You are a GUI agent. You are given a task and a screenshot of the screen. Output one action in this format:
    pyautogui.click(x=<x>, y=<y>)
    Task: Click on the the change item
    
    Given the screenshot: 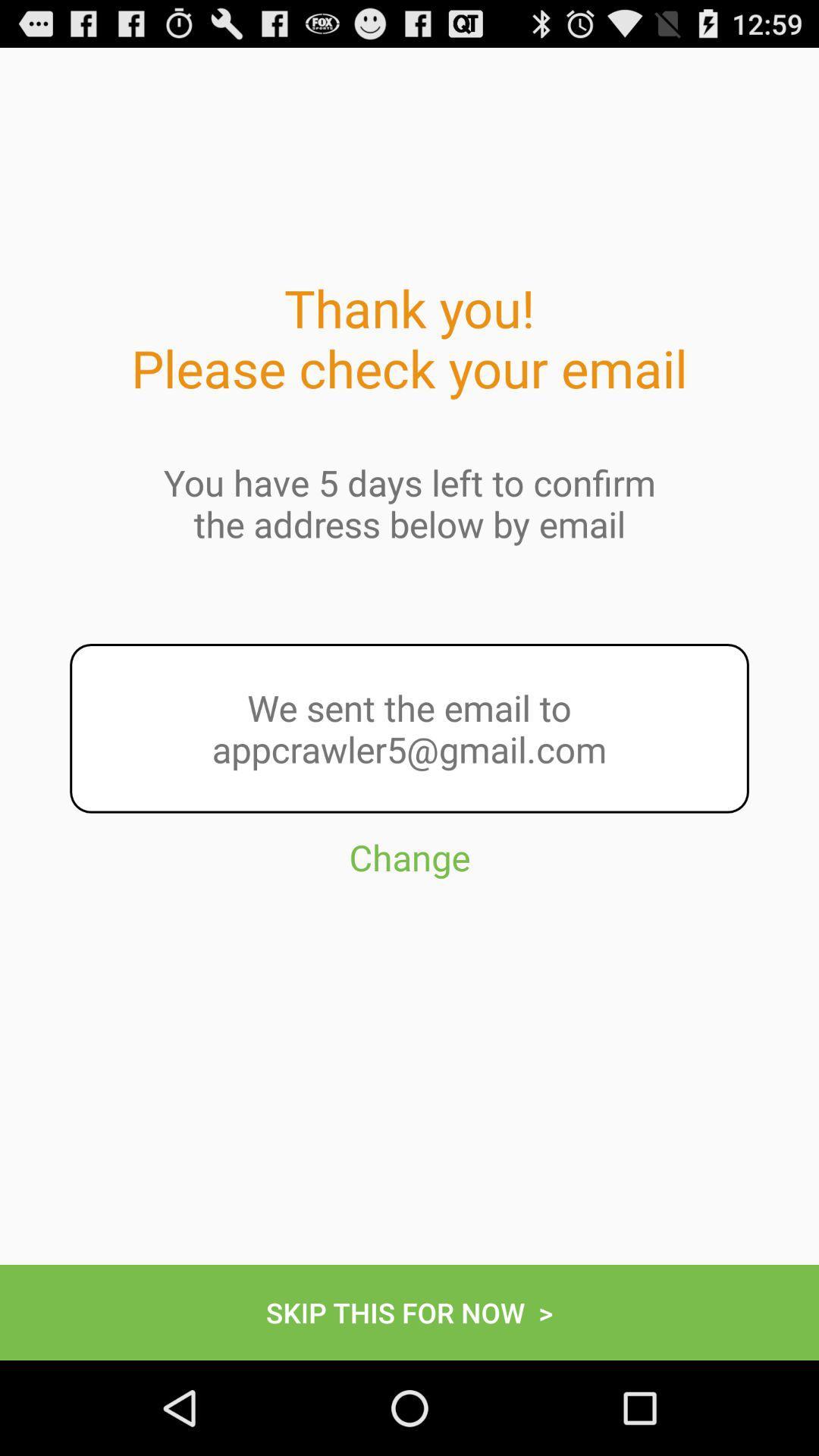 What is the action you would take?
    pyautogui.click(x=409, y=925)
    